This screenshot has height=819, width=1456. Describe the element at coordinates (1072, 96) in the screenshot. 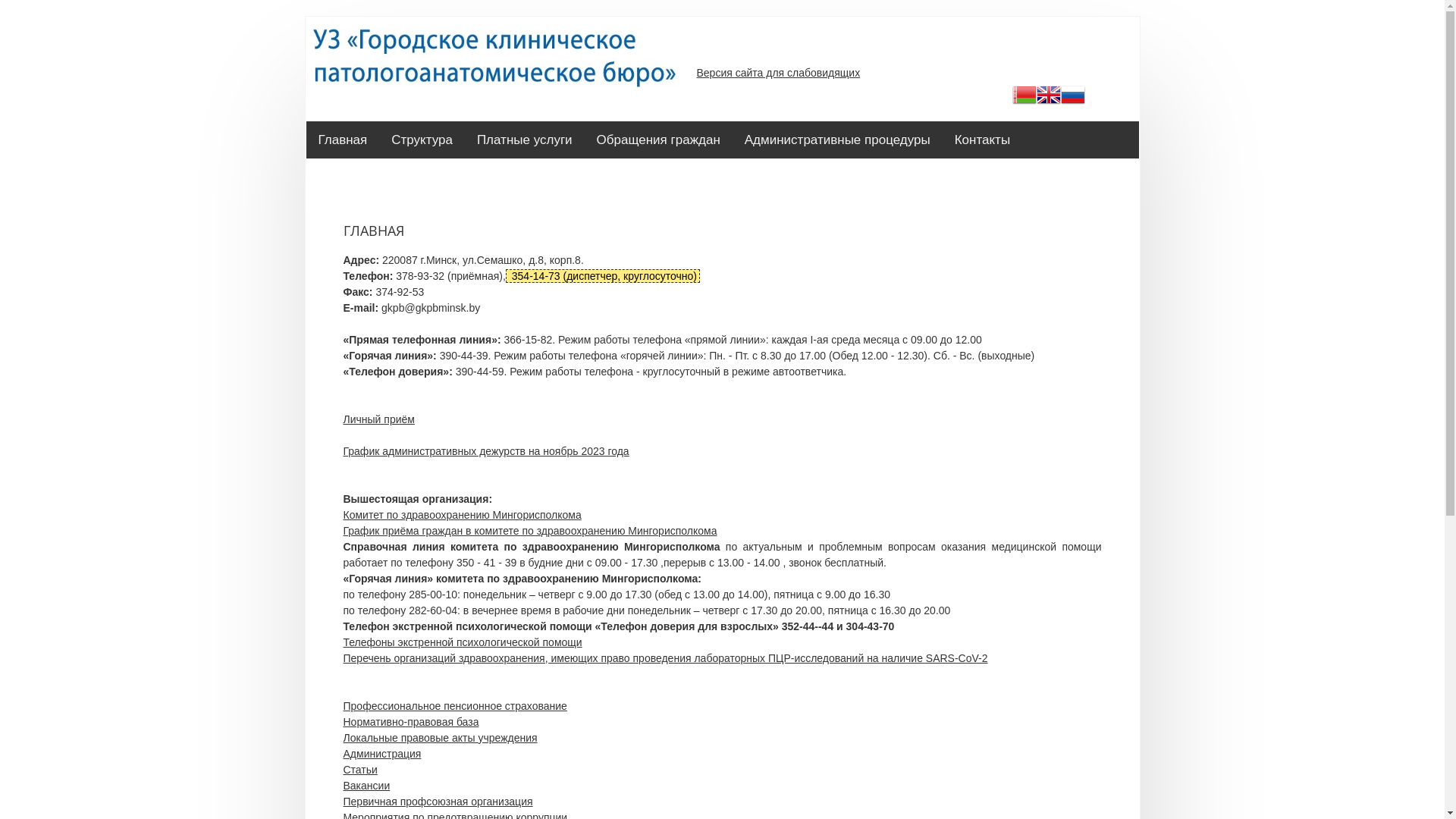

I see `'Russian'` at that location.